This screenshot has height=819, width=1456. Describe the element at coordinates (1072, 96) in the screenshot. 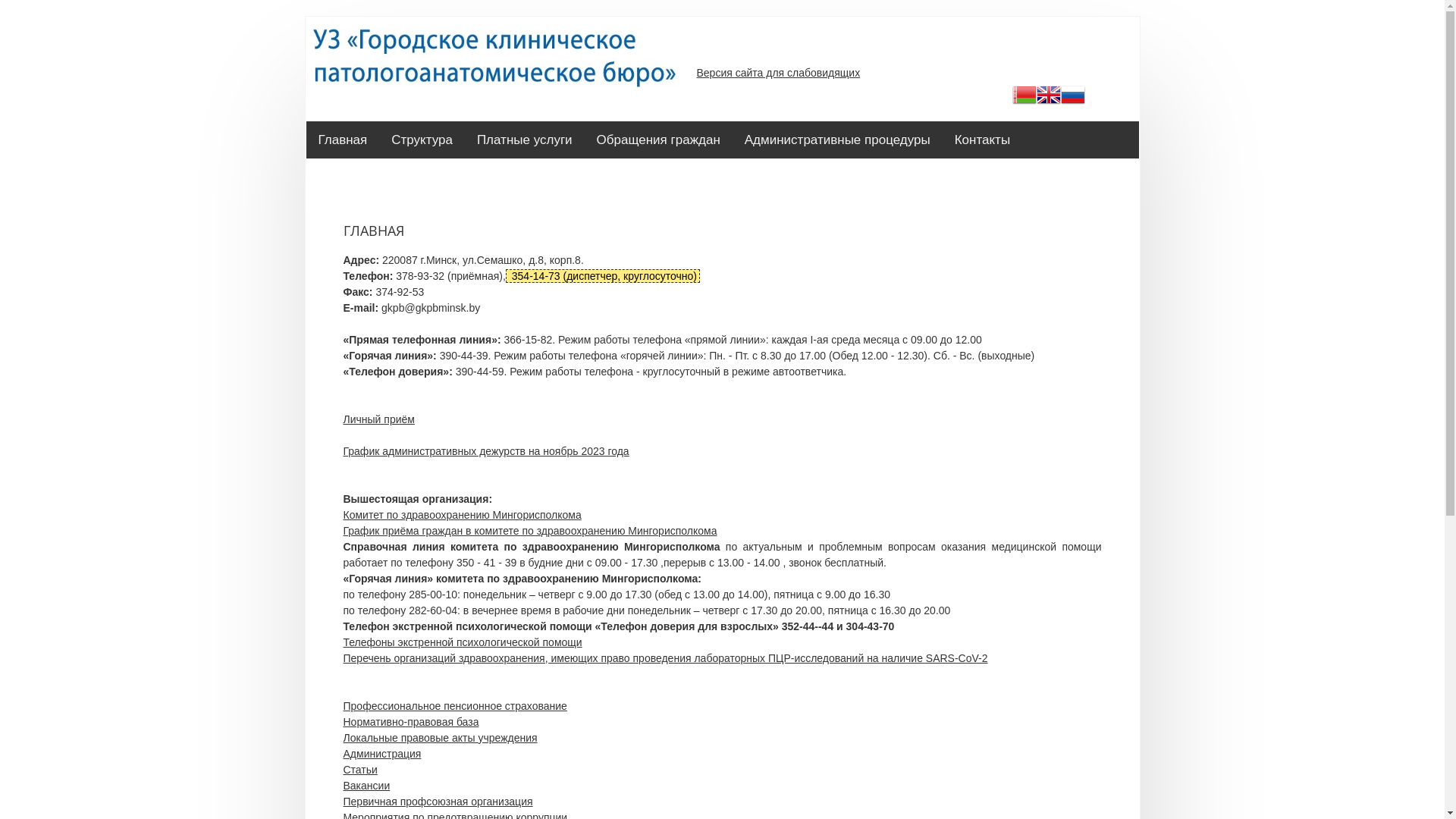

I see `'Russian'` at that location.